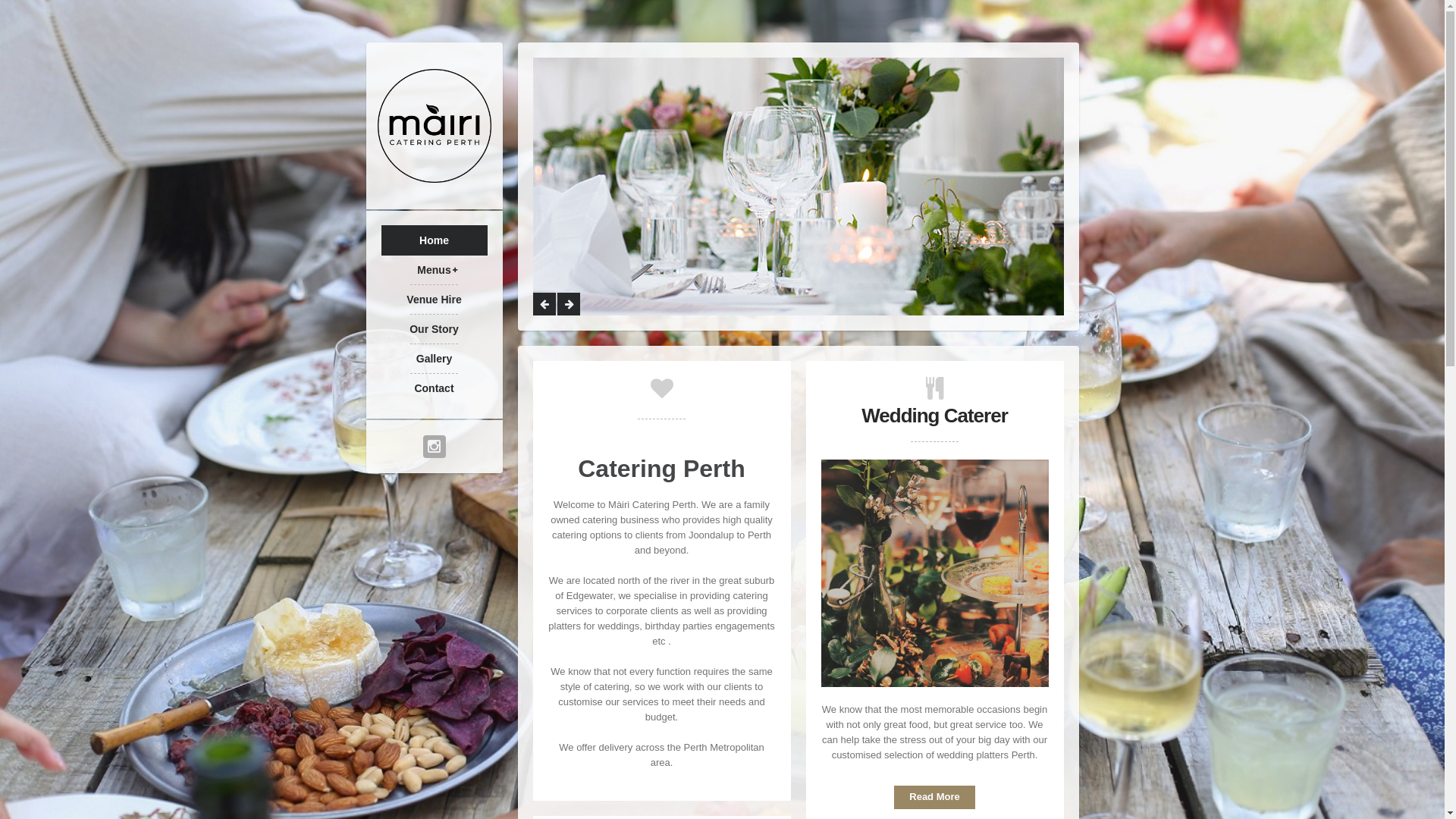 The height and width of the screenshot is (819, 1456). Describe the element at coordinates (432, 239) in the screenshot. I see `'Home'` at that location.